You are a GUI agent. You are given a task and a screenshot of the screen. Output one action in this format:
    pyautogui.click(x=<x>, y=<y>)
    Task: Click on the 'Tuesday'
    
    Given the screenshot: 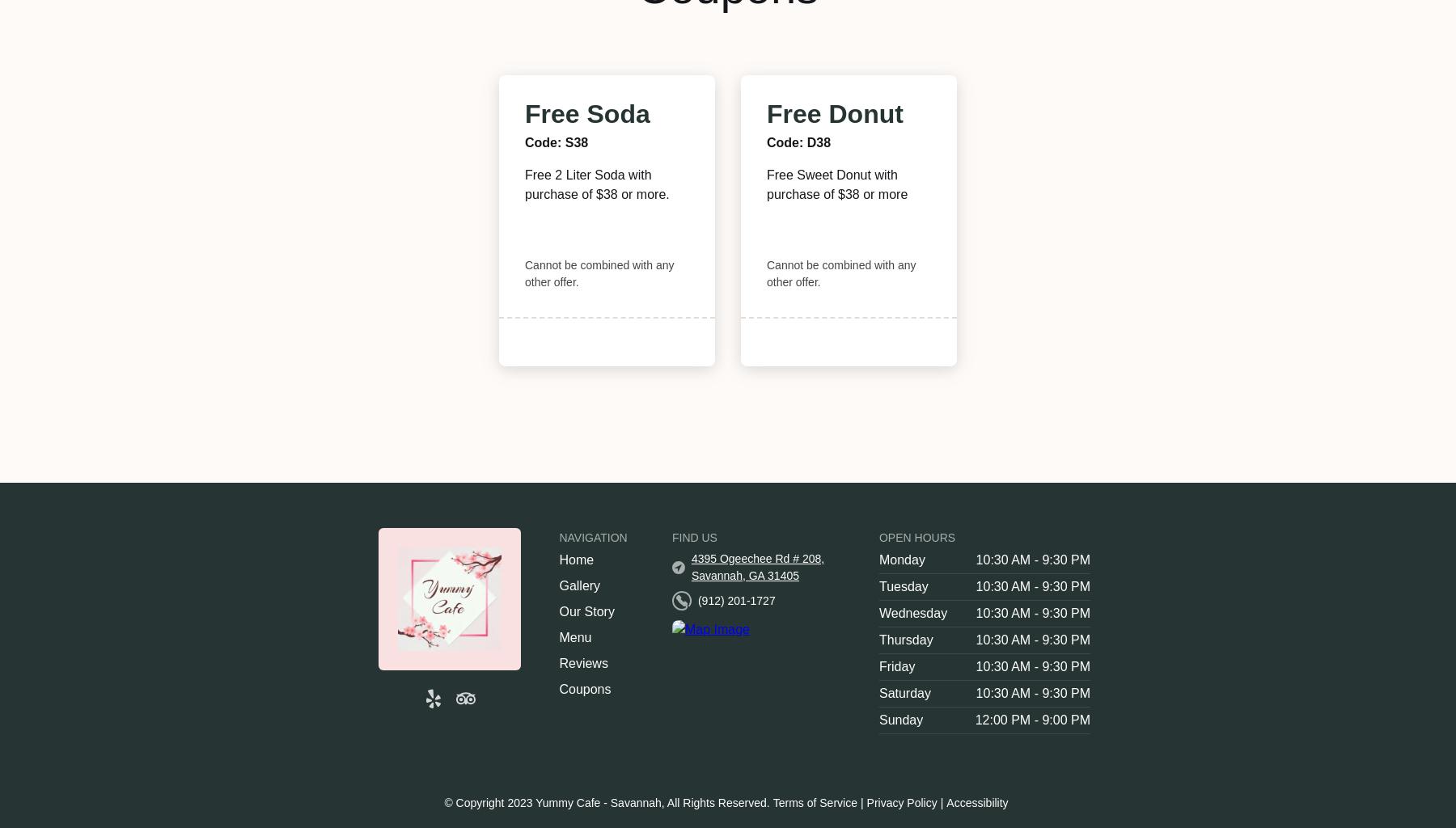 What is the action you would take?
    pyautogui.click(x=878, y=586)
    